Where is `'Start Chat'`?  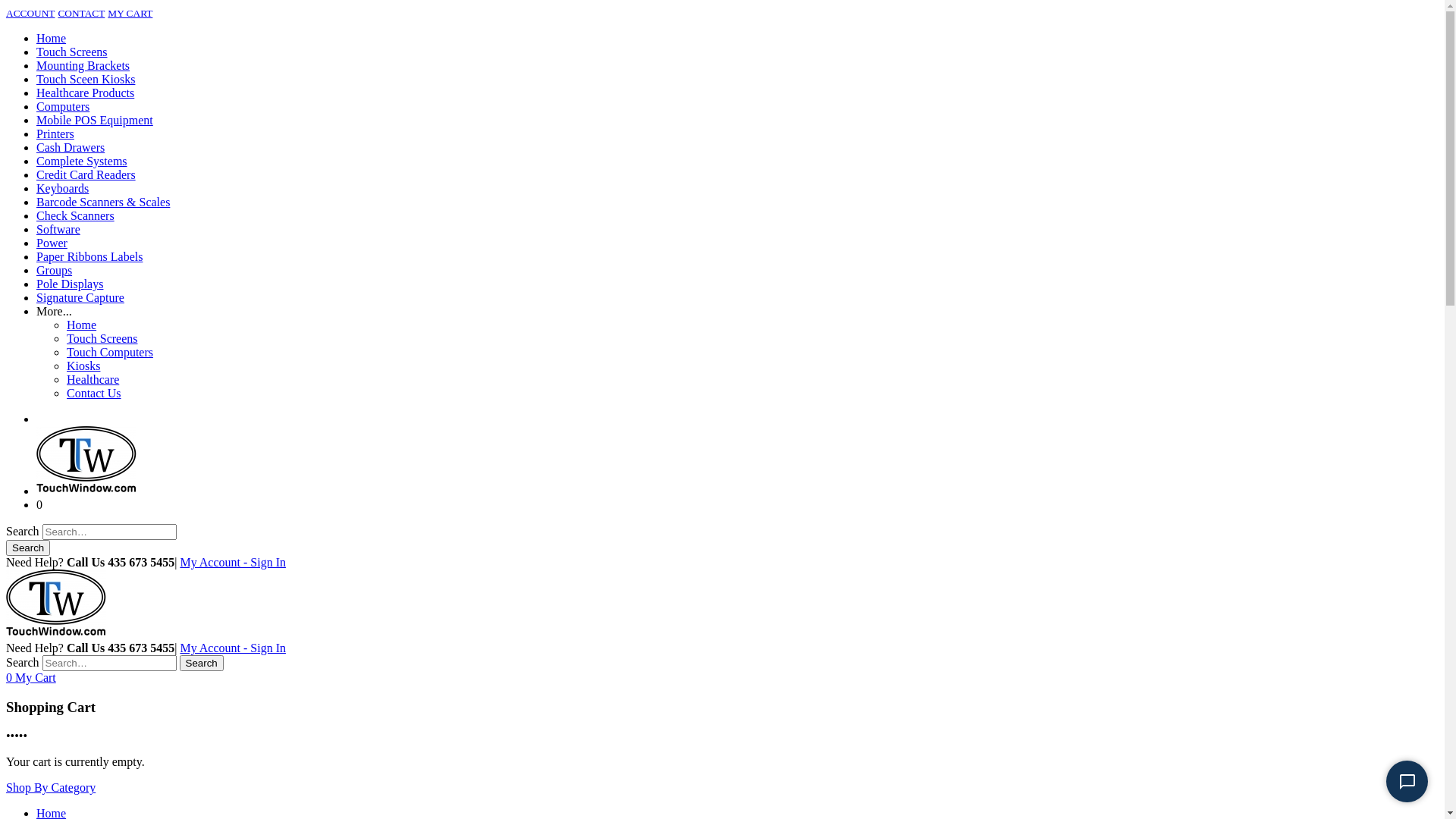
'Start Chat' is located at coordinates (1406, 781).